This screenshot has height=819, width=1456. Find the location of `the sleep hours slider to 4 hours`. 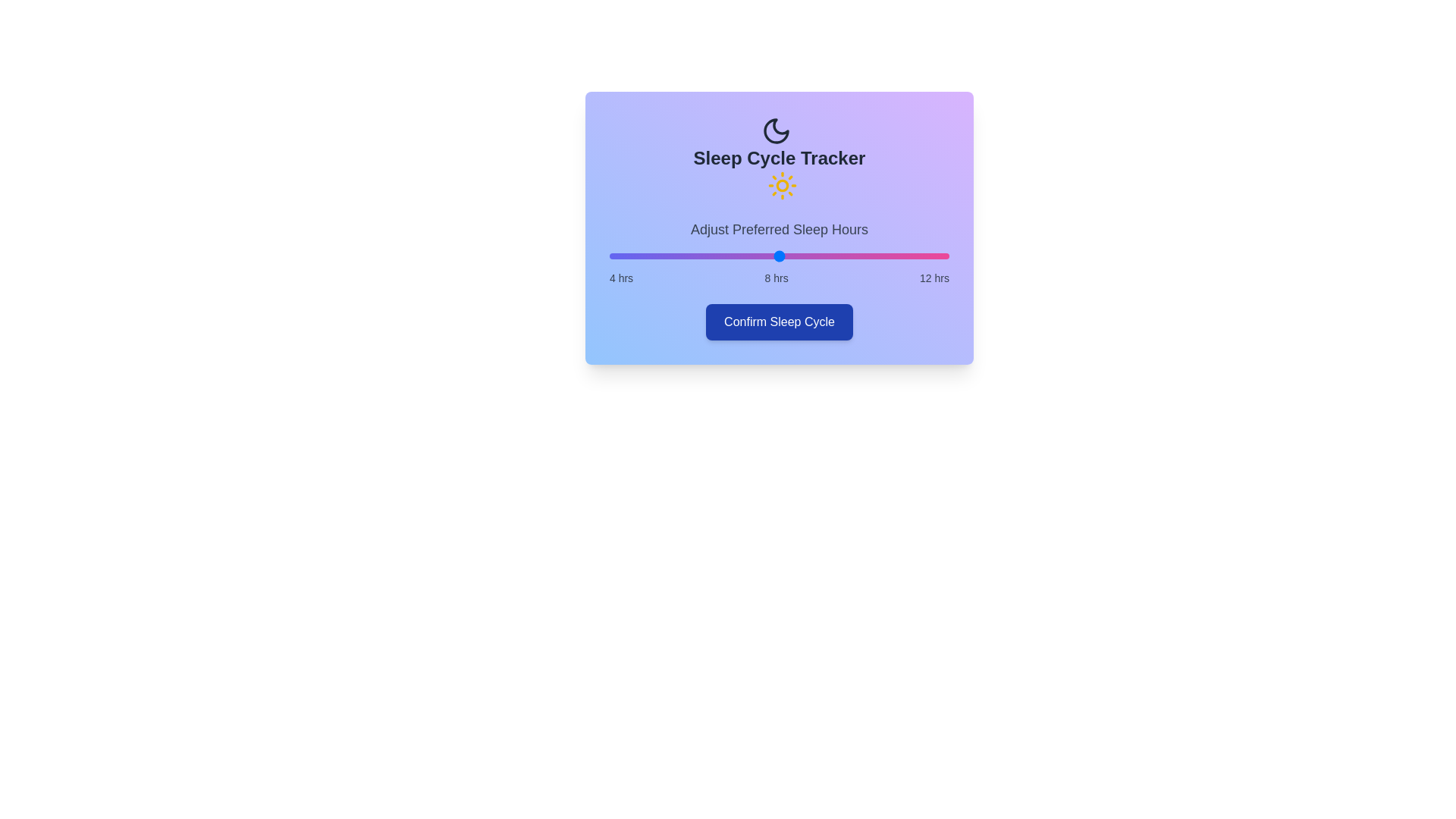

the sleep hours slider to 4 hours is located at coordinates (610, 256).